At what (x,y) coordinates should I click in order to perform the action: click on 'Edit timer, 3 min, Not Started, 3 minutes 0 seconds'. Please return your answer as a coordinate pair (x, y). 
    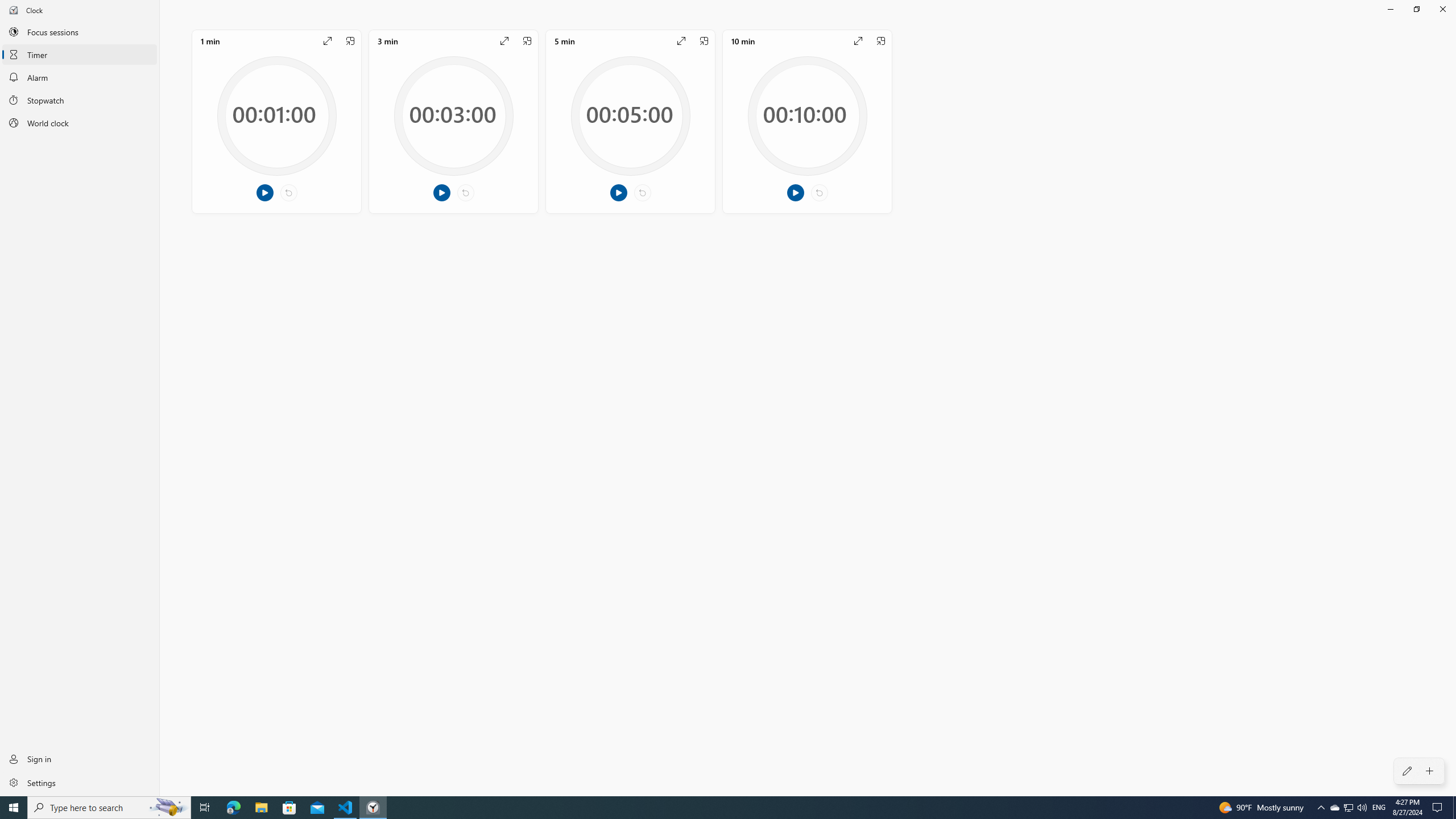
    Looking at the image, I should click on (453, 121).